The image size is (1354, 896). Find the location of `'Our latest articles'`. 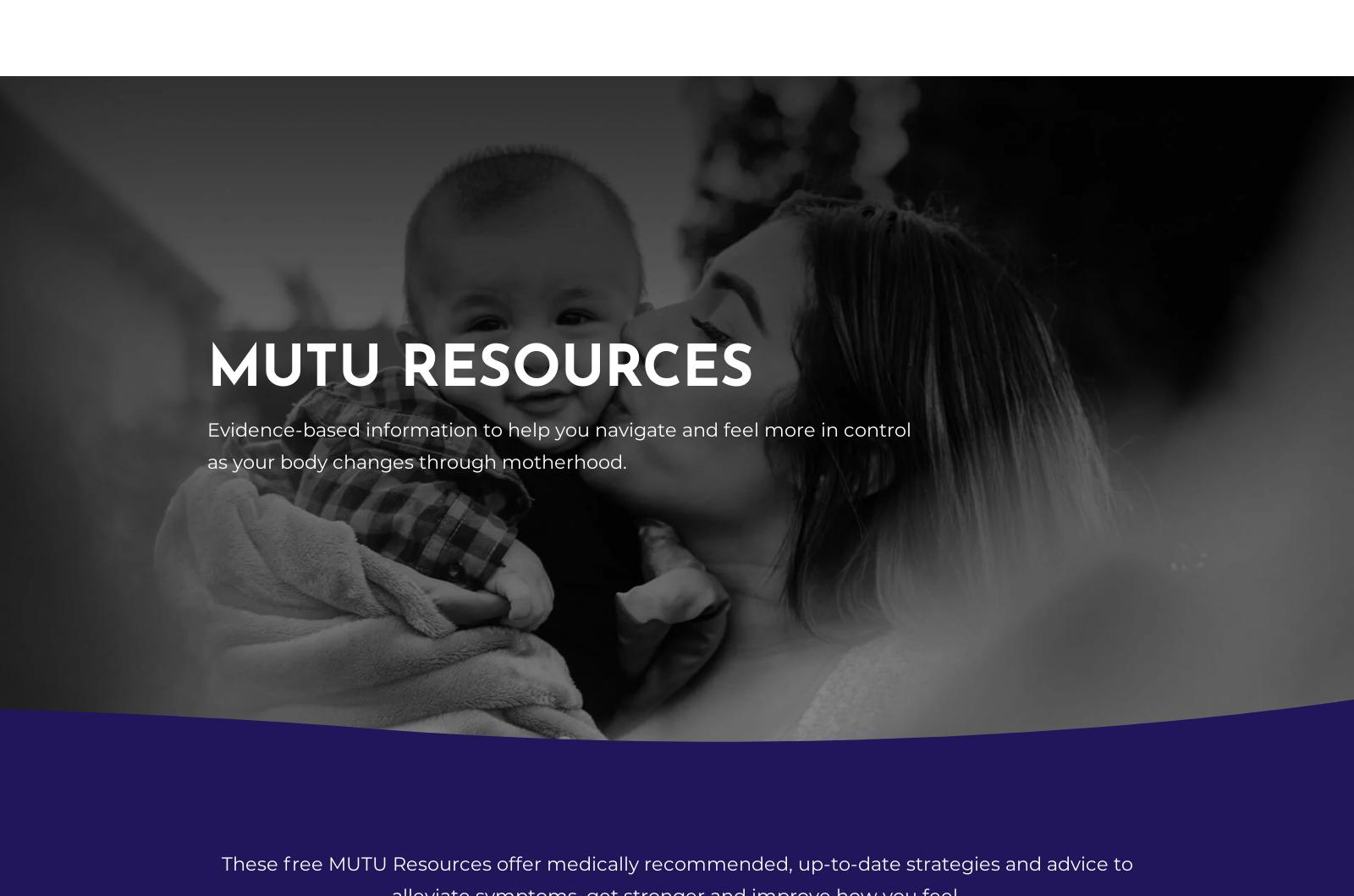

'Our latest articles' is located at coordinates (677, 505).